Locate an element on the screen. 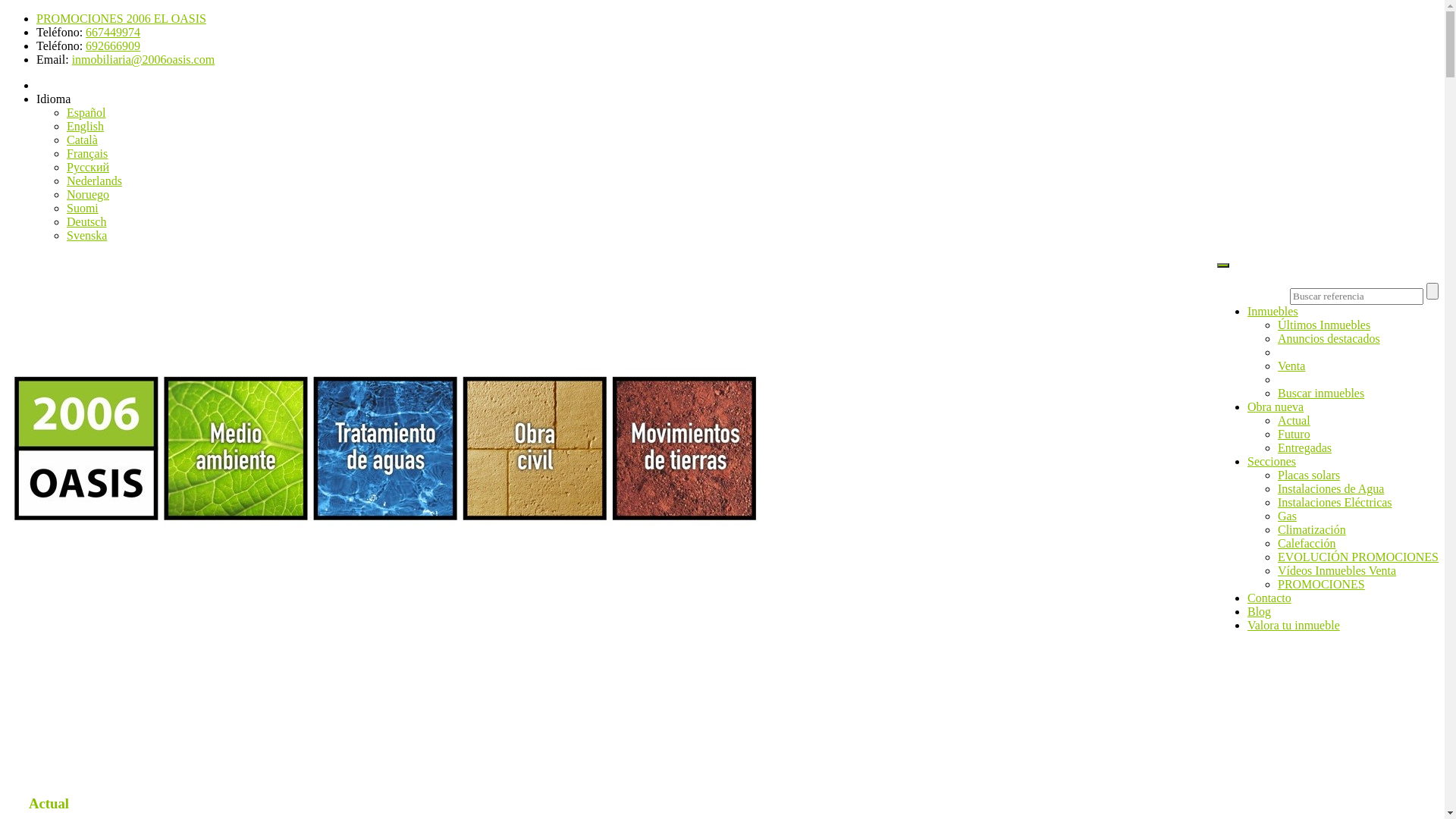 This screenshot has height=819, width=1456. 'Blog' is located at coordinates (1259, 610).